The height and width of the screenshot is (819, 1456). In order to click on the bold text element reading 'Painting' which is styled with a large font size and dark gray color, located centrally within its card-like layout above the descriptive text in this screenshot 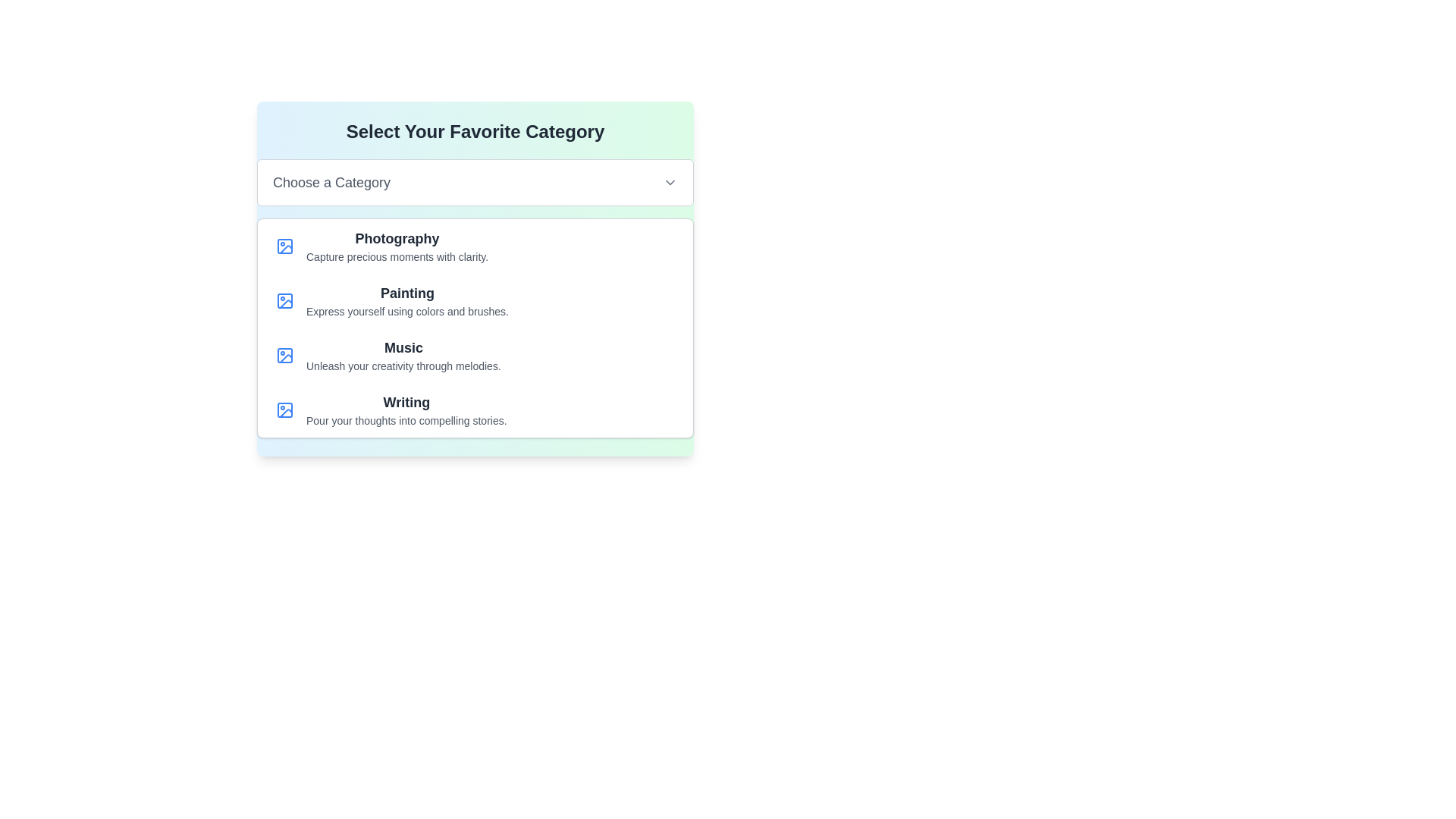, I will do `click(407, 293)`.